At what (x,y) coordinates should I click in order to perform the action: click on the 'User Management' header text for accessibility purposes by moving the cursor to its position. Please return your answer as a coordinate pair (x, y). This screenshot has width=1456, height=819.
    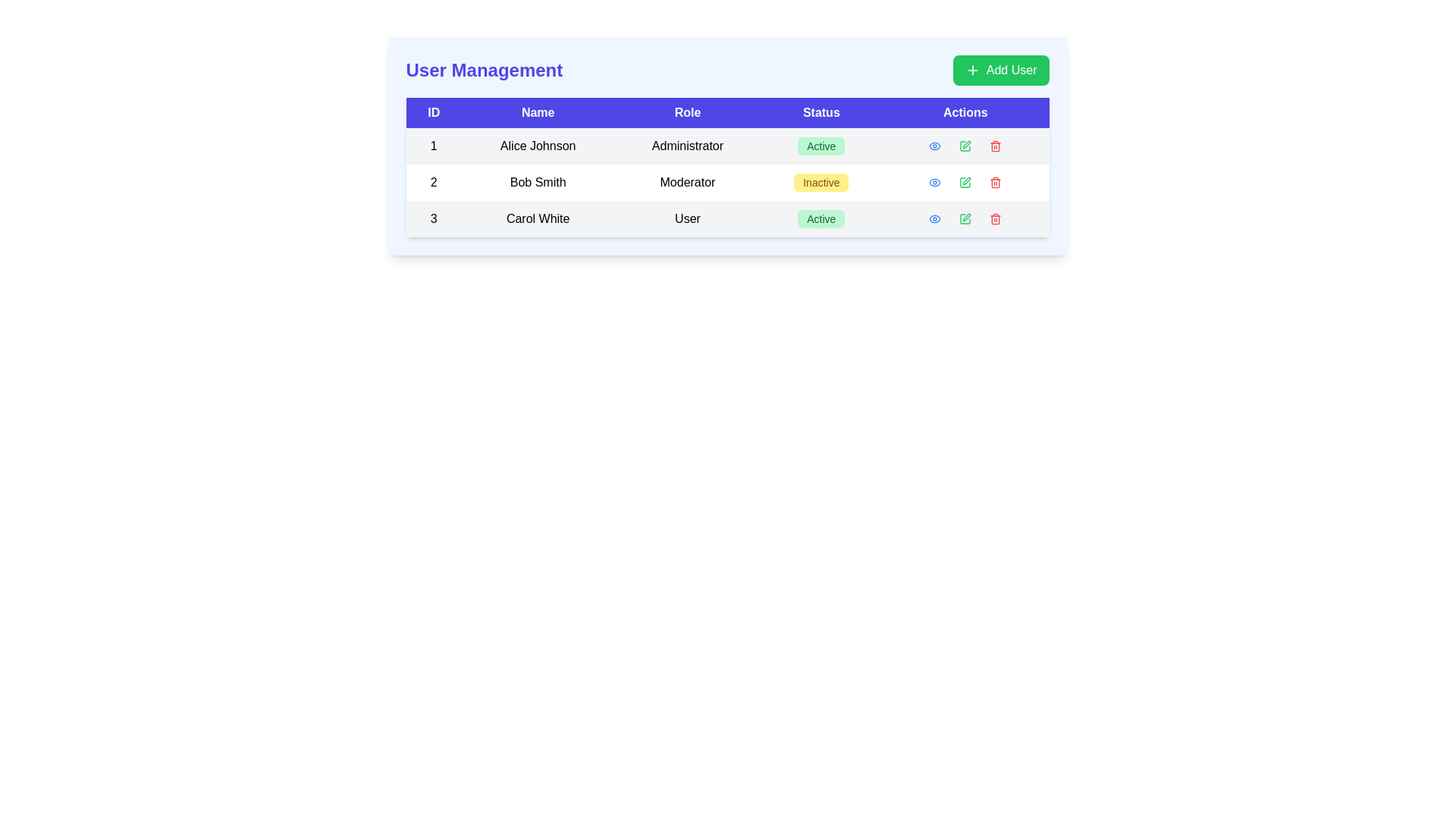
    Looking at the image, I should click on (483, 70).